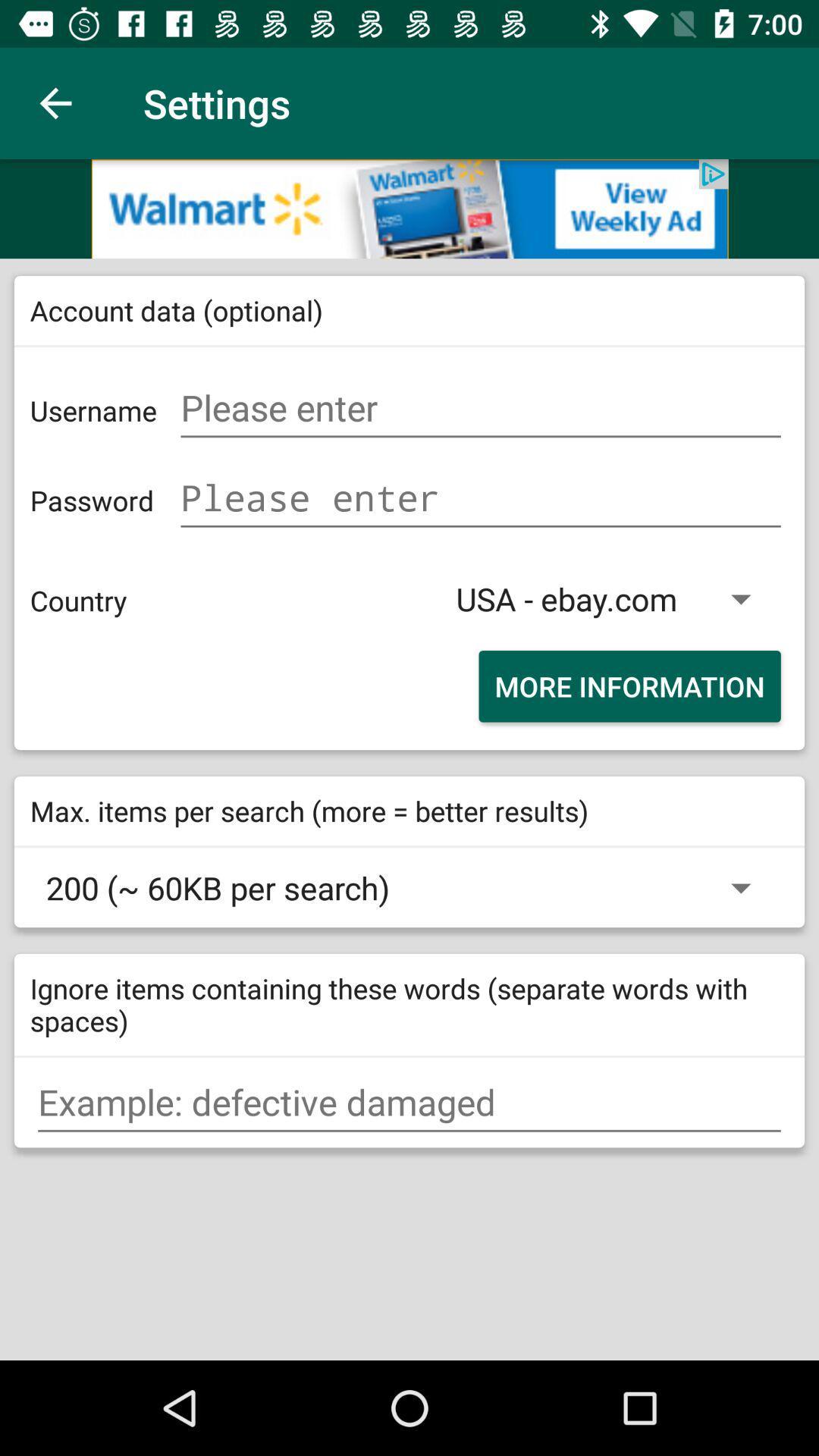 This screenshot has height=1456, width=819. Describe the element at coordinates (409, 1103) in the screenshot. I see `example` at that location.